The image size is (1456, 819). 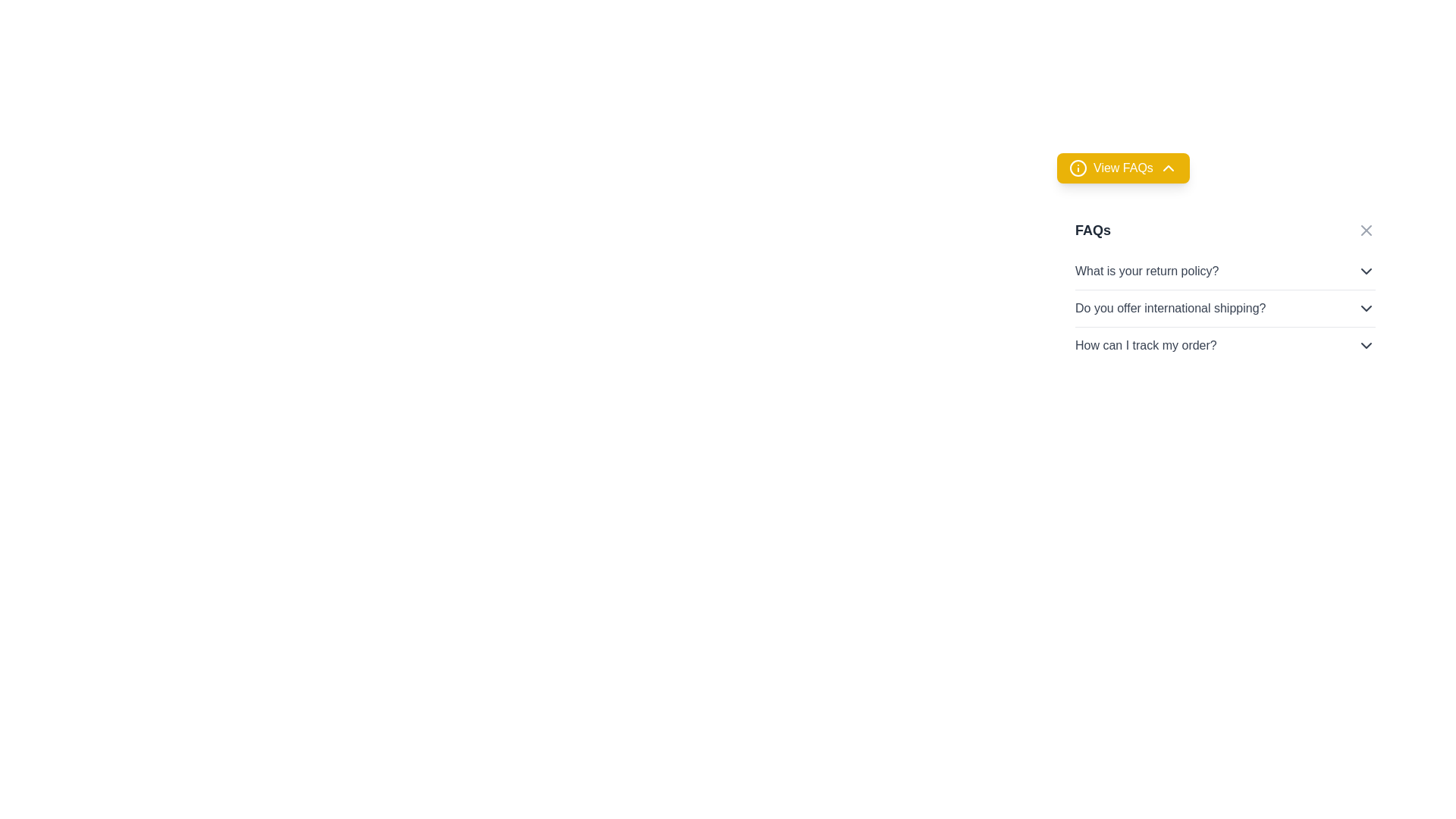 I want to click on the yellow rounded button labeled 'View FAQs' with an 'i' icon on the left, so click(x=1123, y=168).